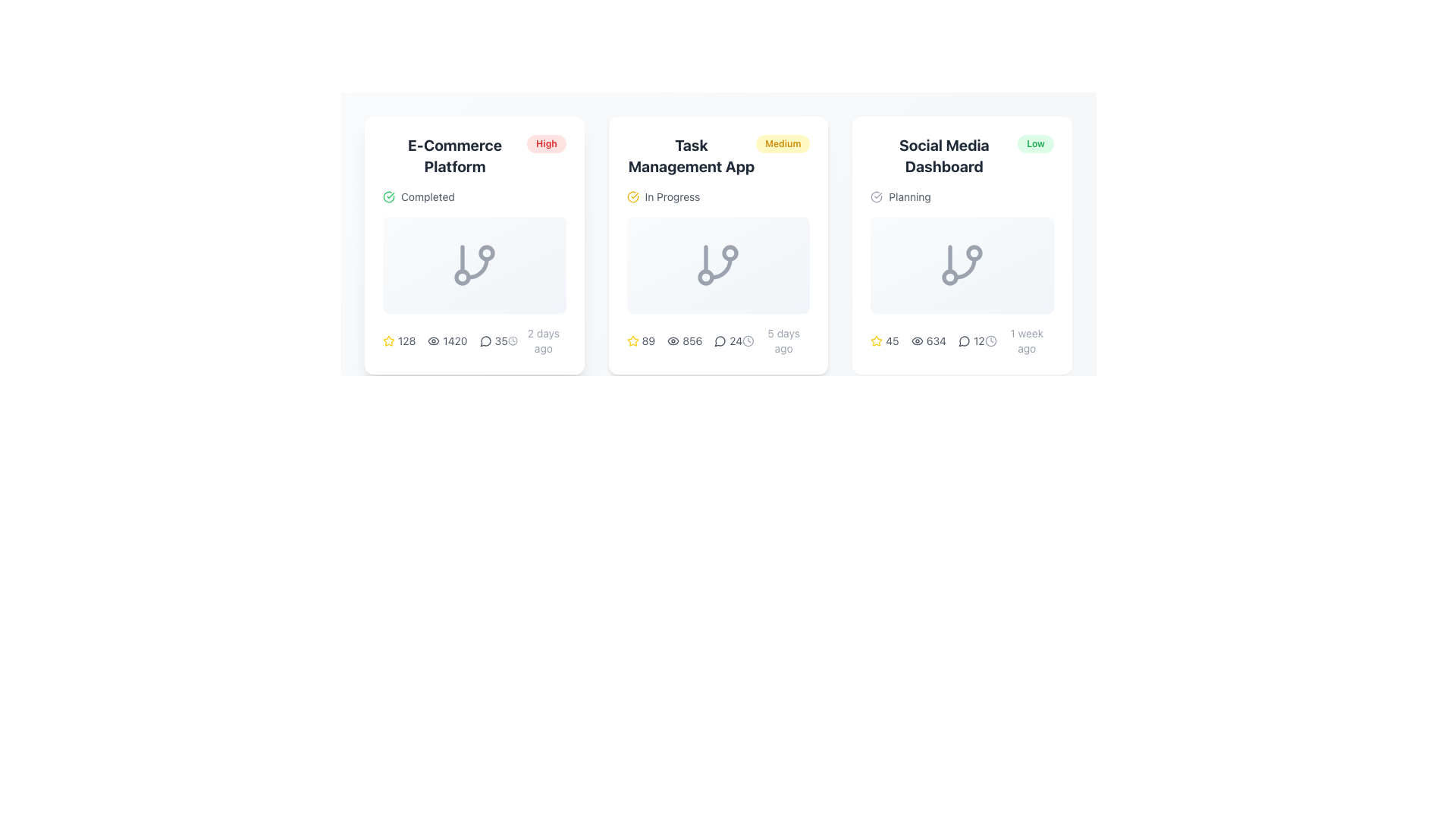 The width and height of the screenshot is (1456, 819). Describe the element at coordinates (884, 341) in the screenshot. I see `the number '45' in bold black text located within the Rating indicator at the bottom-left corner of the third card from the left` at that location.